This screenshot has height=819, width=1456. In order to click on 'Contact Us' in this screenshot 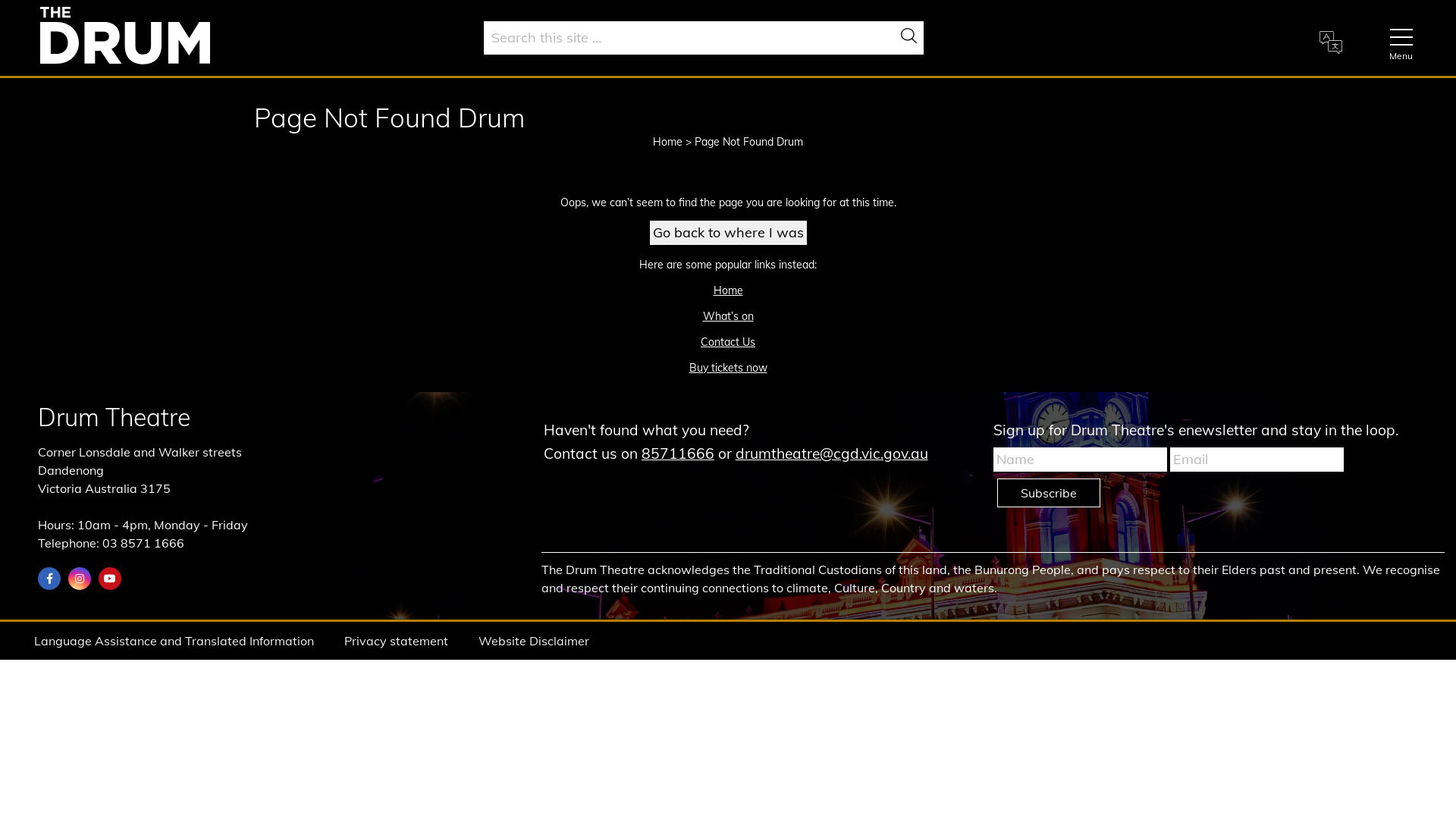, I will do `click(728, 342)`.